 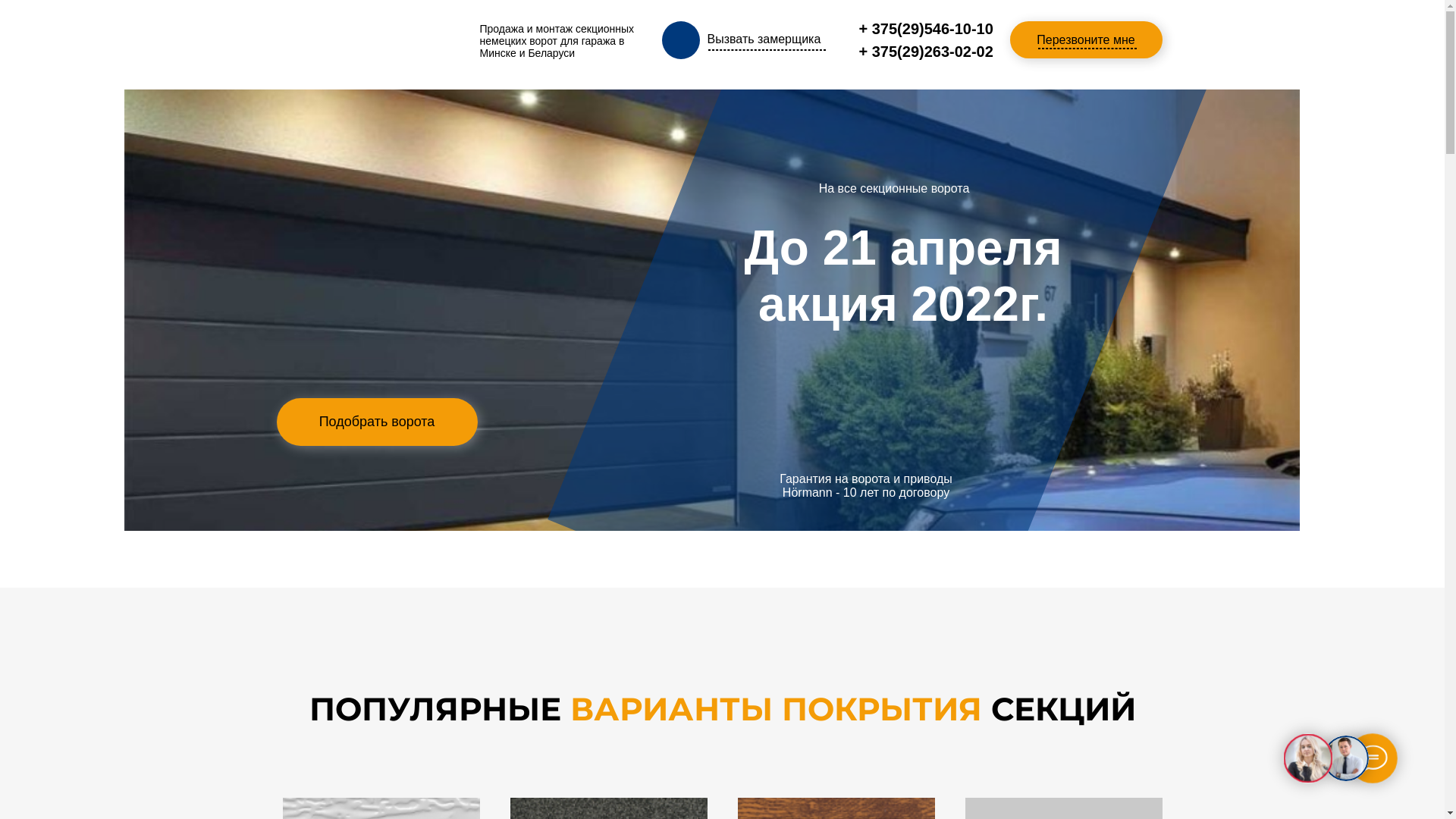 What do you see at coordinates (924, 51) in the screenshot?
I see `'+ 375(29)263-02-02'` at bounding box center [924, 51].